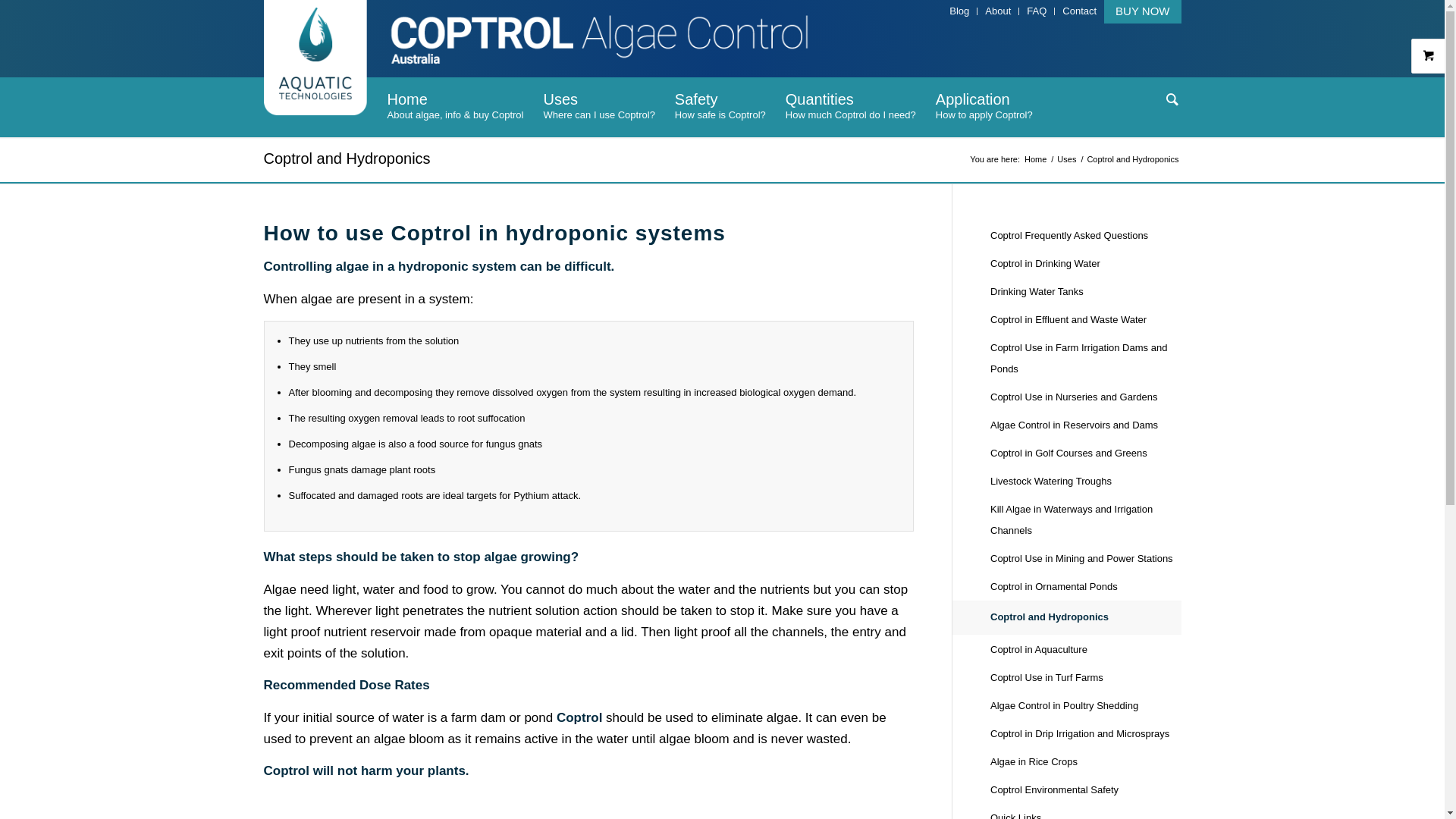 The width and height of the screenshot is (1456, 819). Describe the element at coordinates (1084, 319) in the screenshot. I see `'Coptrol in Effluent and Waste Water'` at that location.